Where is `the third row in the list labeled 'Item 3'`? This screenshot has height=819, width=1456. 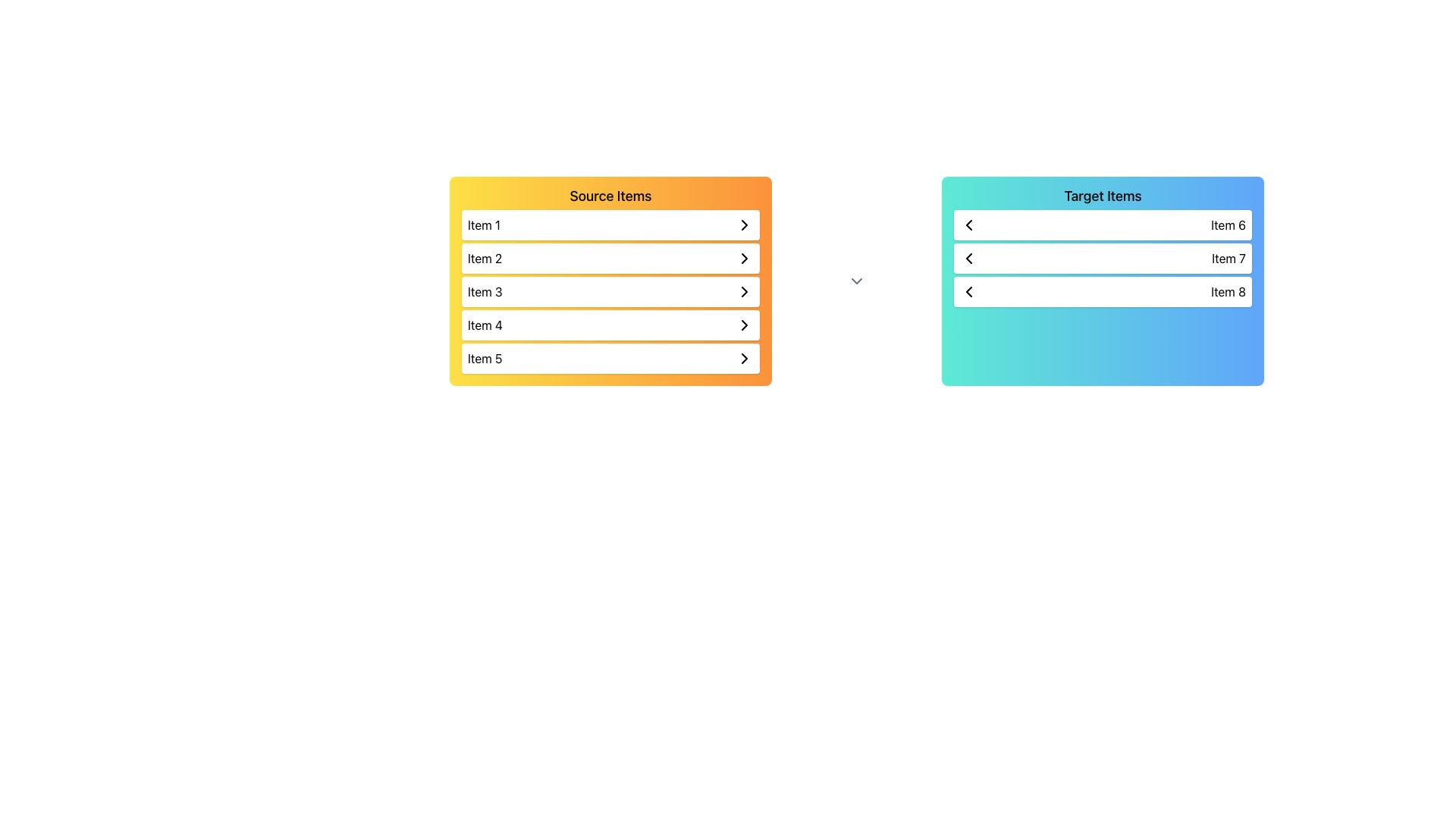
the third row in the list labeled 'Item 3' is located at coordinates (610, 292).